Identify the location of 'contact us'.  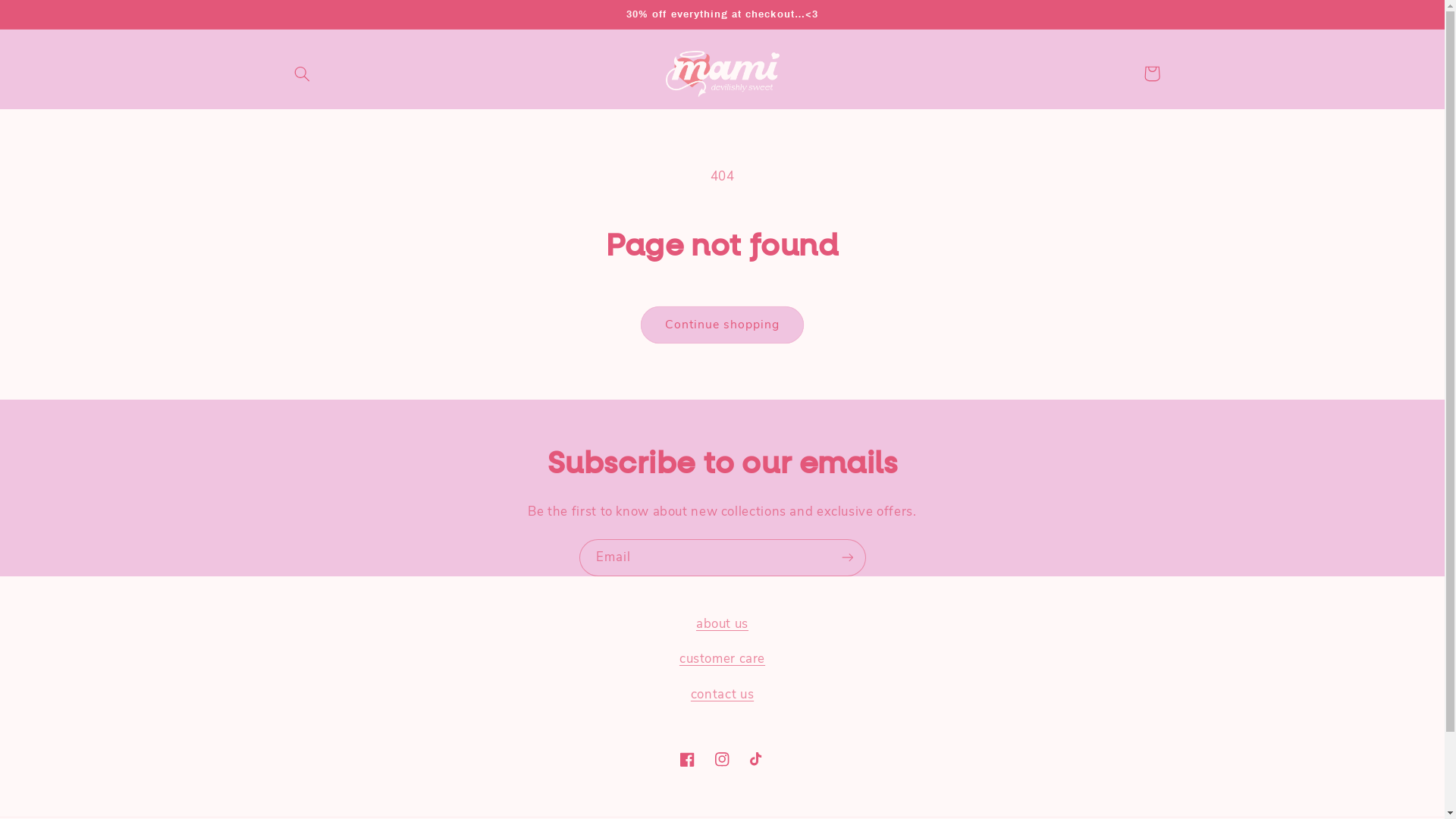
(721, 694).